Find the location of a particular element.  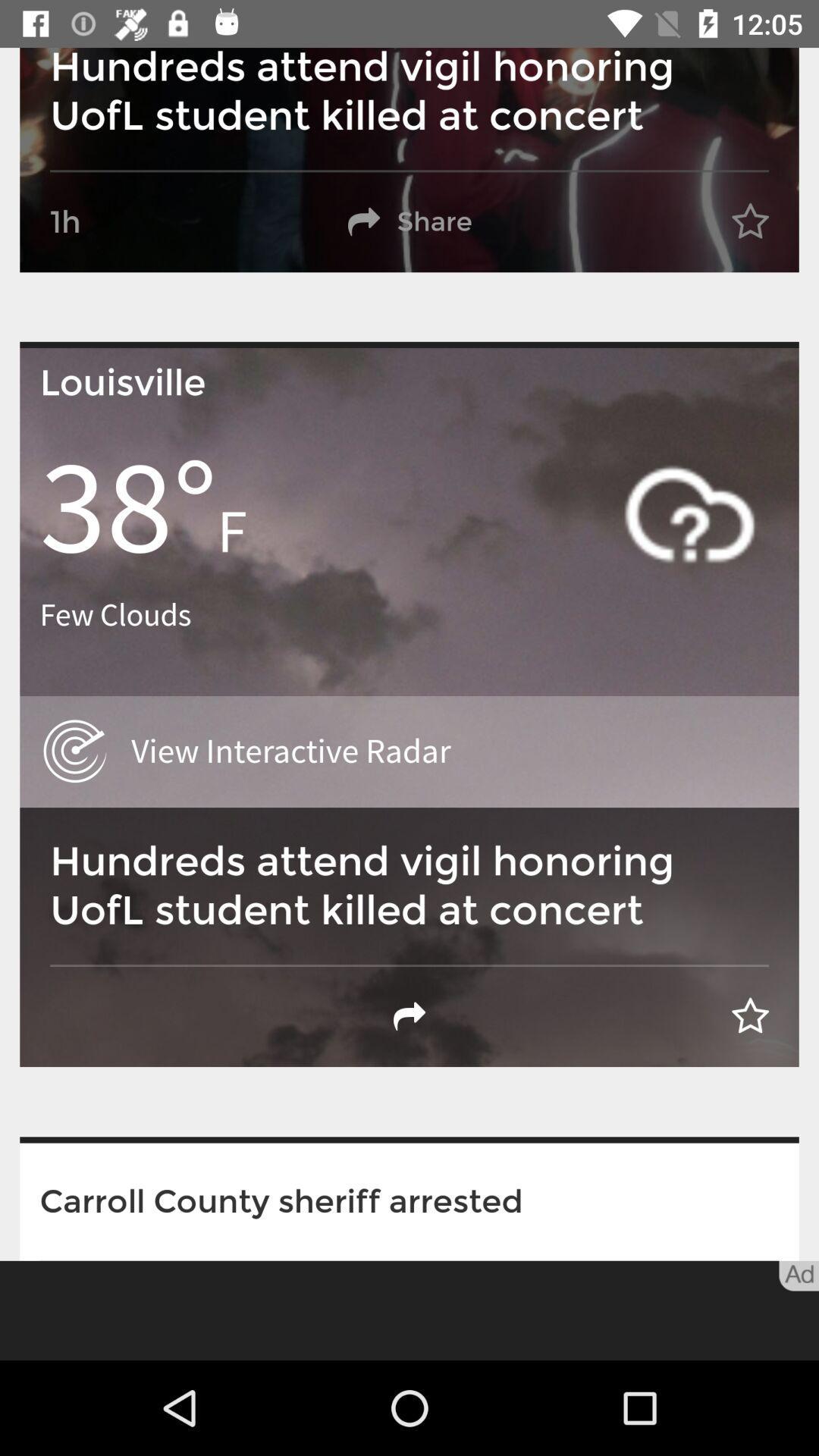

the entity ad shown at the bottom right corner is located at coordinates (798, 1276).